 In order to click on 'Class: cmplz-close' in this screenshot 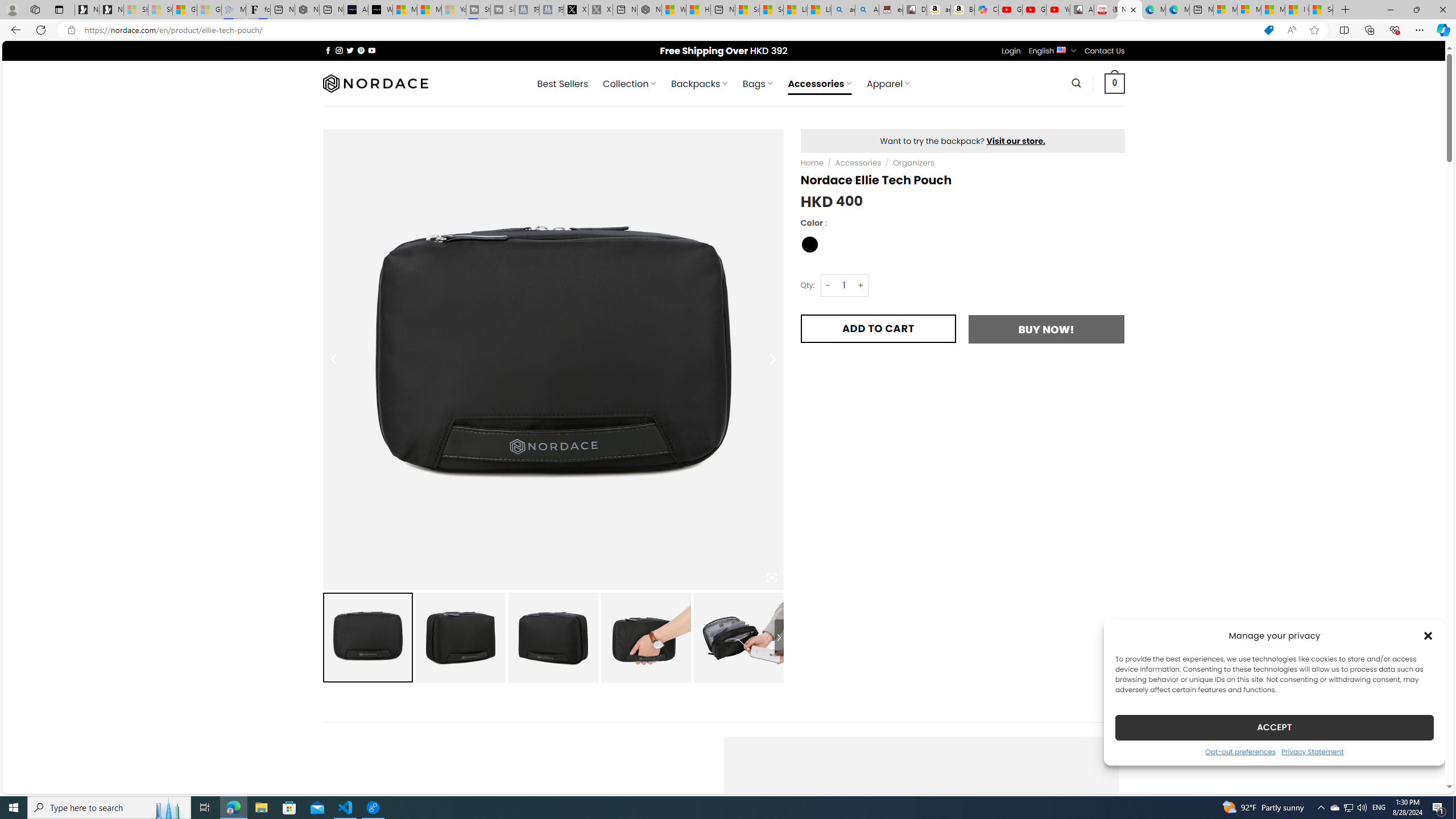, I will do `click(1428, 635)`.